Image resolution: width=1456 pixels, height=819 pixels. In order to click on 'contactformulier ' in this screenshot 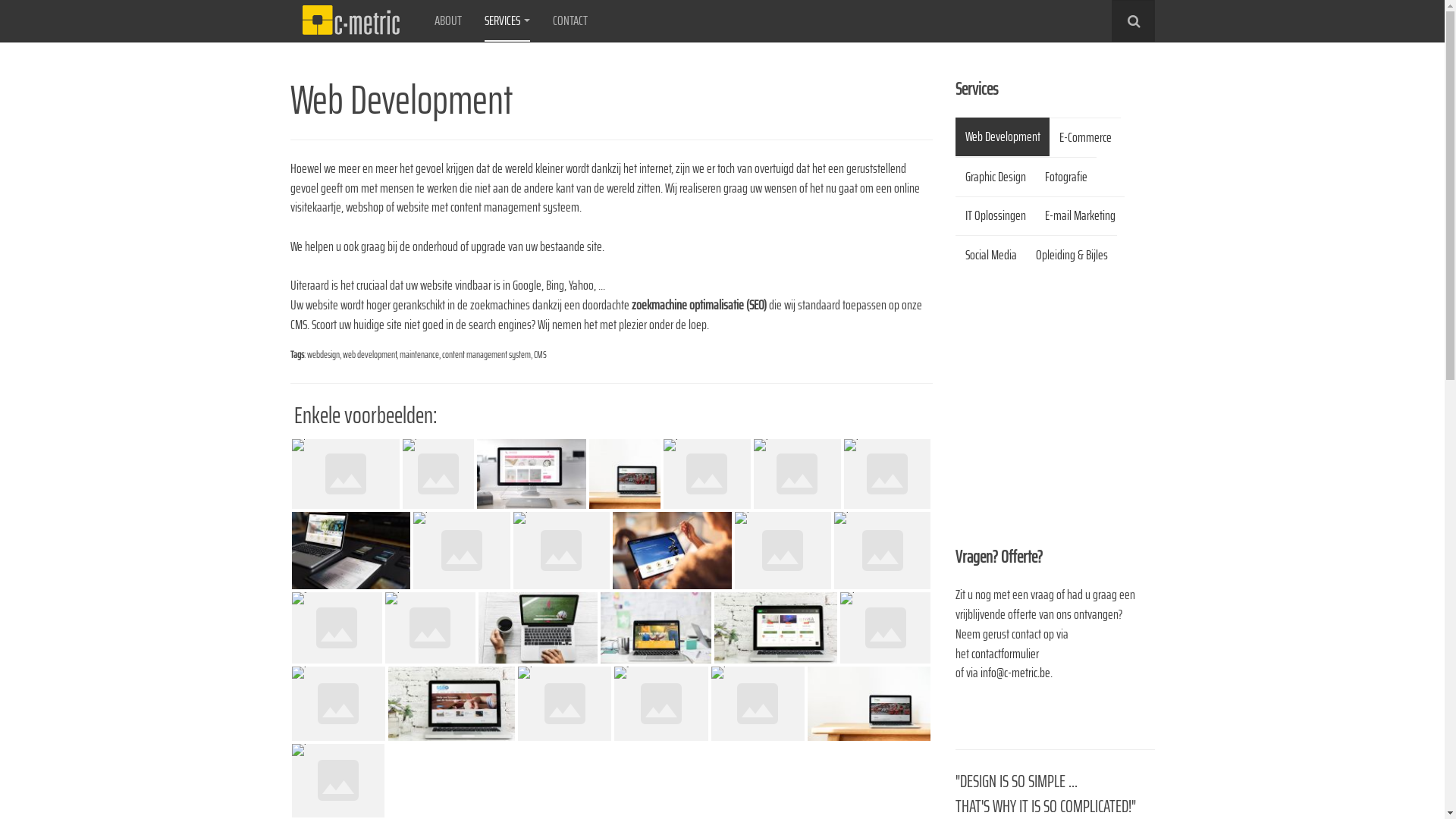, I will do `click(1006, 652)`.